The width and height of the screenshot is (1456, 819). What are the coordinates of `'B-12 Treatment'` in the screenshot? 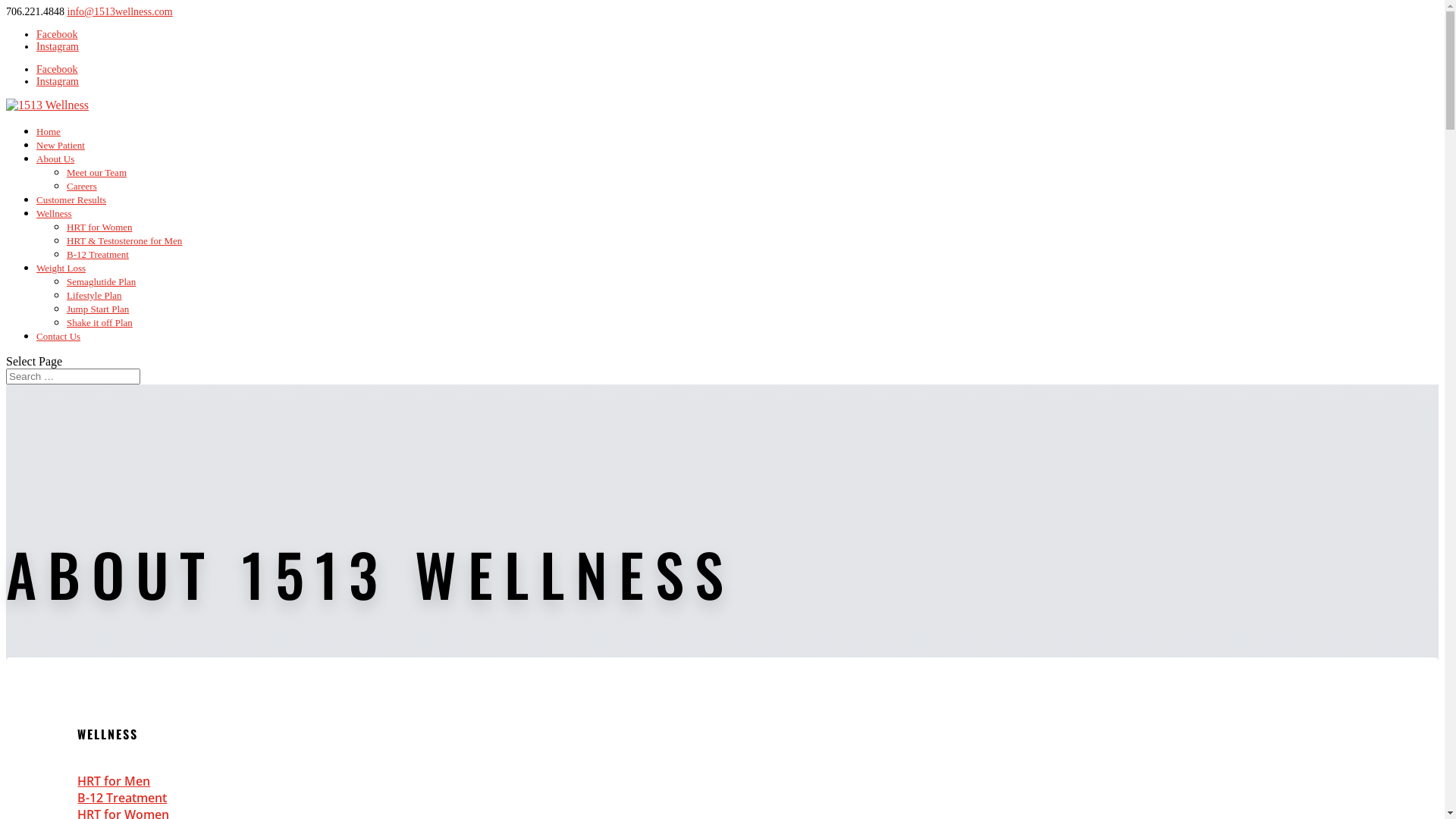 It's located at (97, 253).